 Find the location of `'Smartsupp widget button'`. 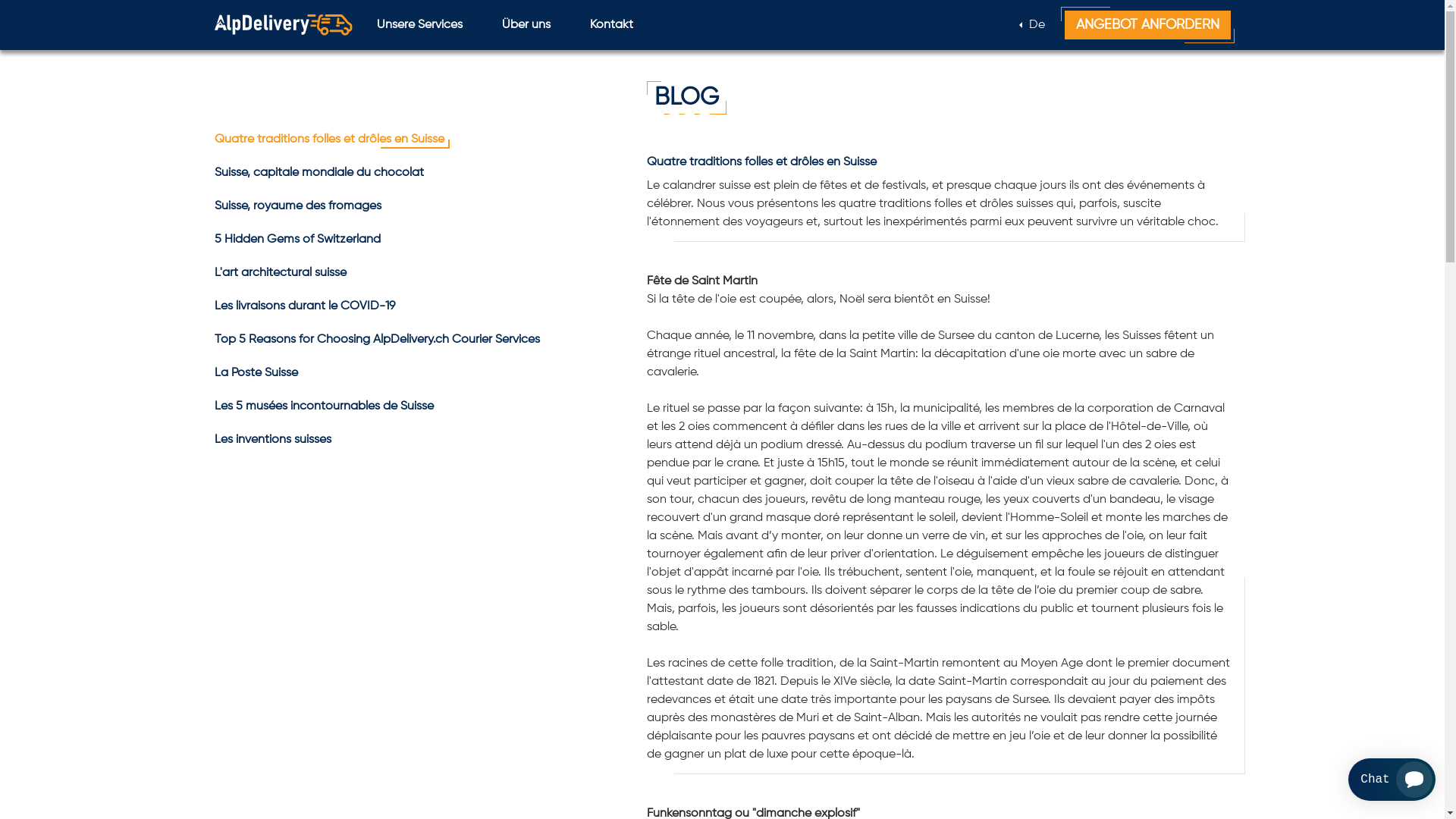

'Smartsupp widget button' is located at coordinates (1392, 780).